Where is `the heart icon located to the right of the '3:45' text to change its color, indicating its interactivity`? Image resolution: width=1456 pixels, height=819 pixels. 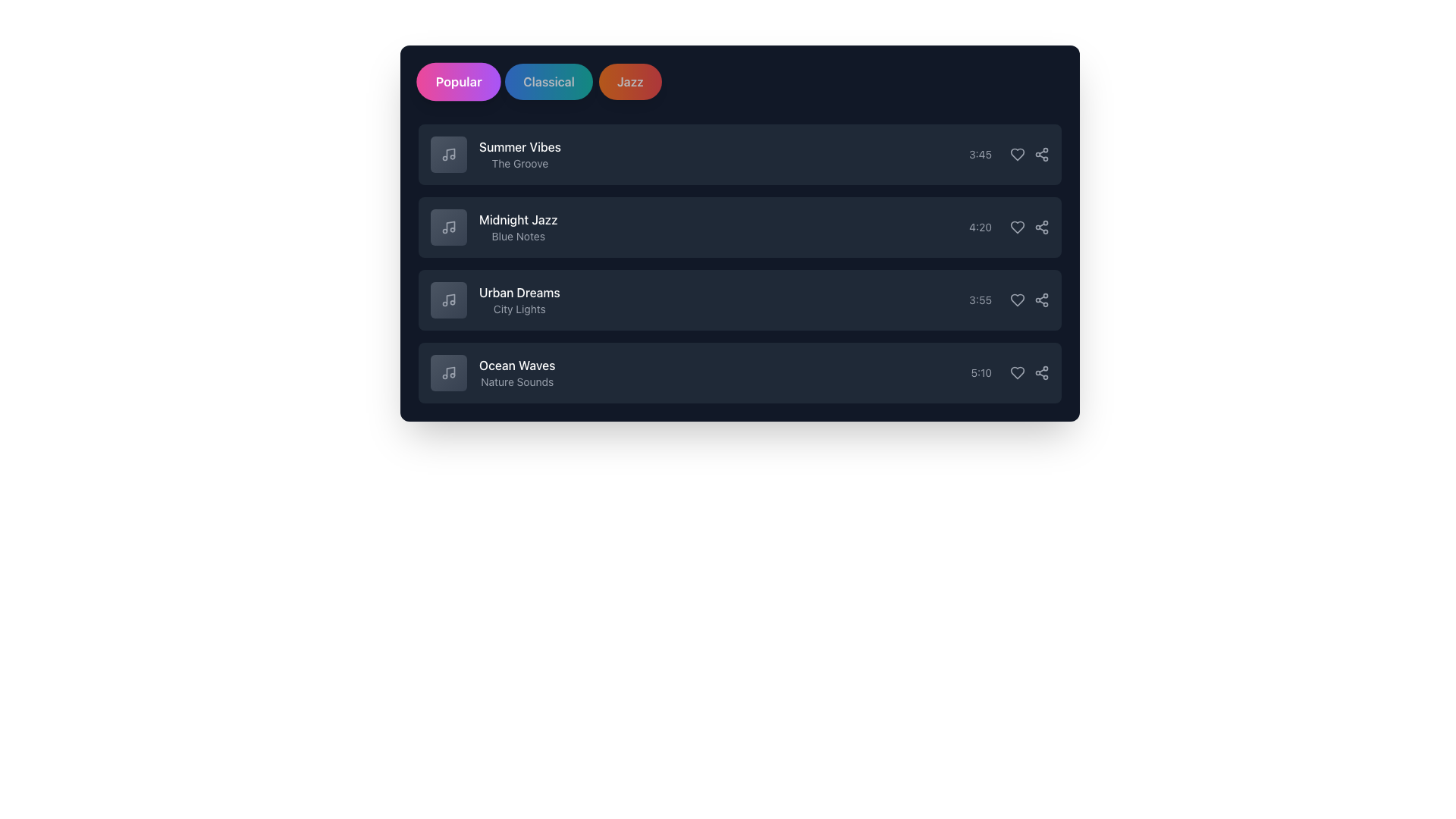
the heart icon located to the right of the '3:45' text to change its color, indicating its interactivity is located at coordinates (1018, 155).